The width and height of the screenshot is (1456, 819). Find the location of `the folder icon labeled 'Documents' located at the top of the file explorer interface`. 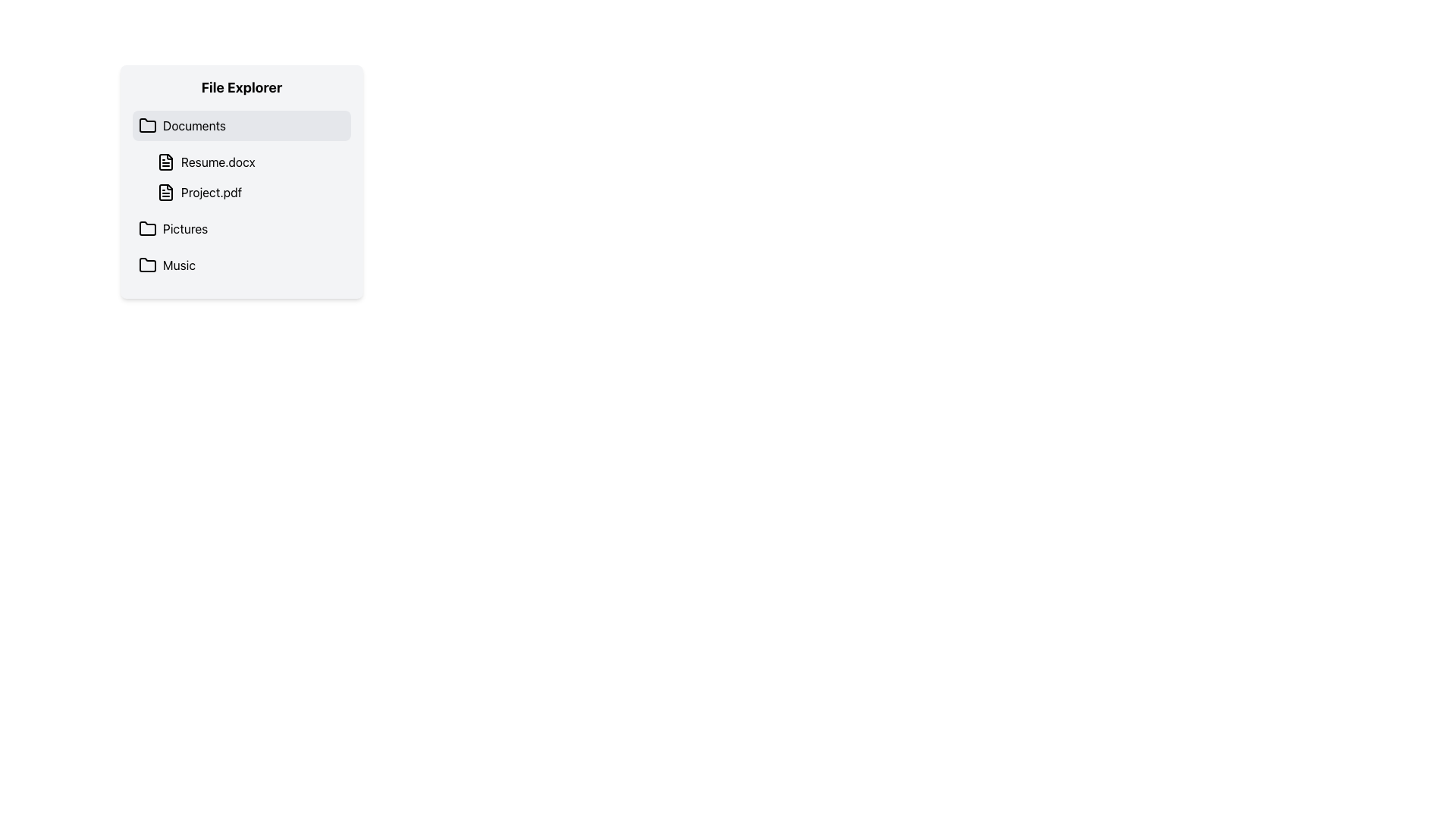

the folder icon labeled 'Documents' located at the top of the file explorer interface is located at coordinates (148, 124).